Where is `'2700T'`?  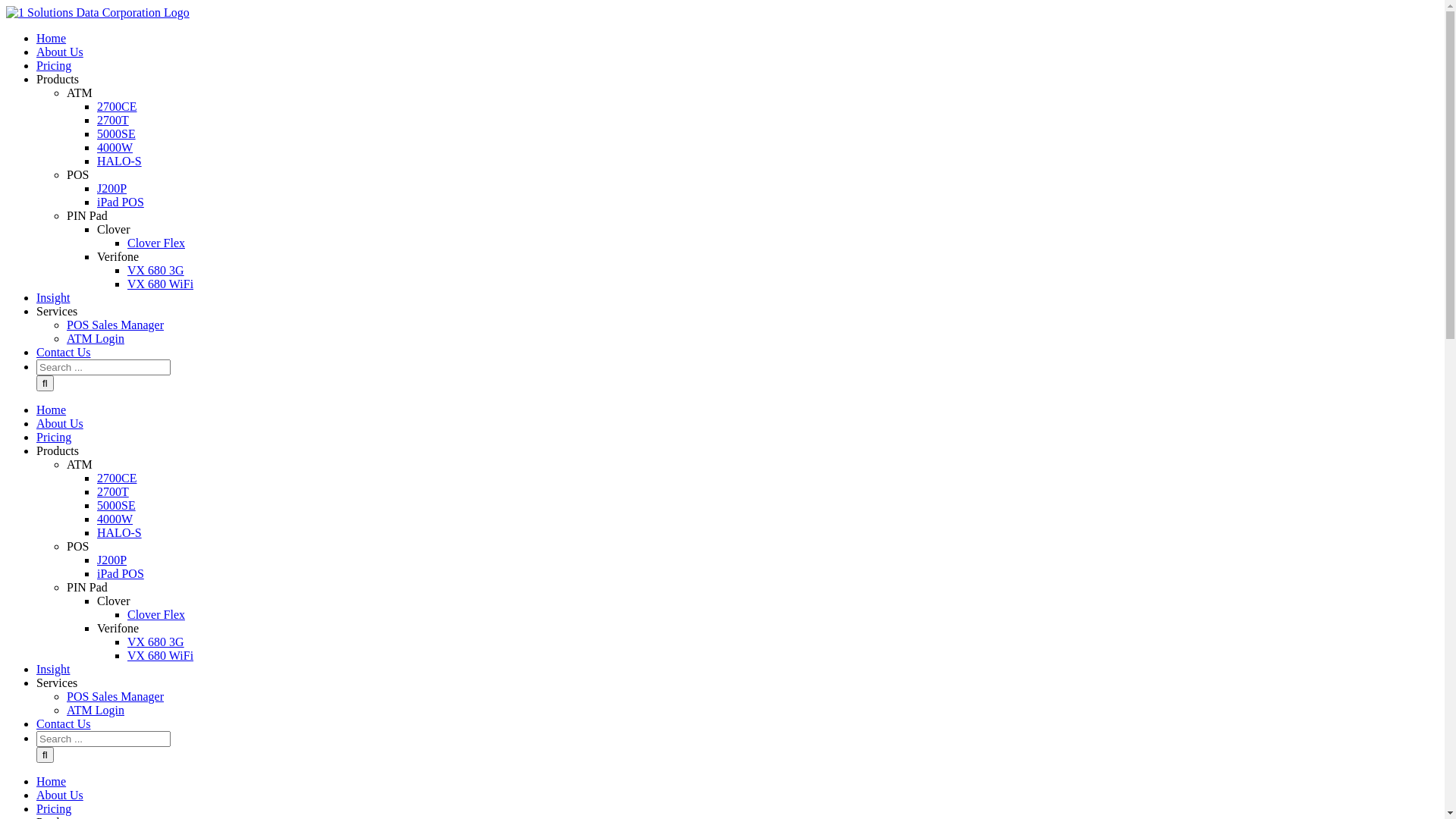 '2700T' is located at coordinates (111, 119).